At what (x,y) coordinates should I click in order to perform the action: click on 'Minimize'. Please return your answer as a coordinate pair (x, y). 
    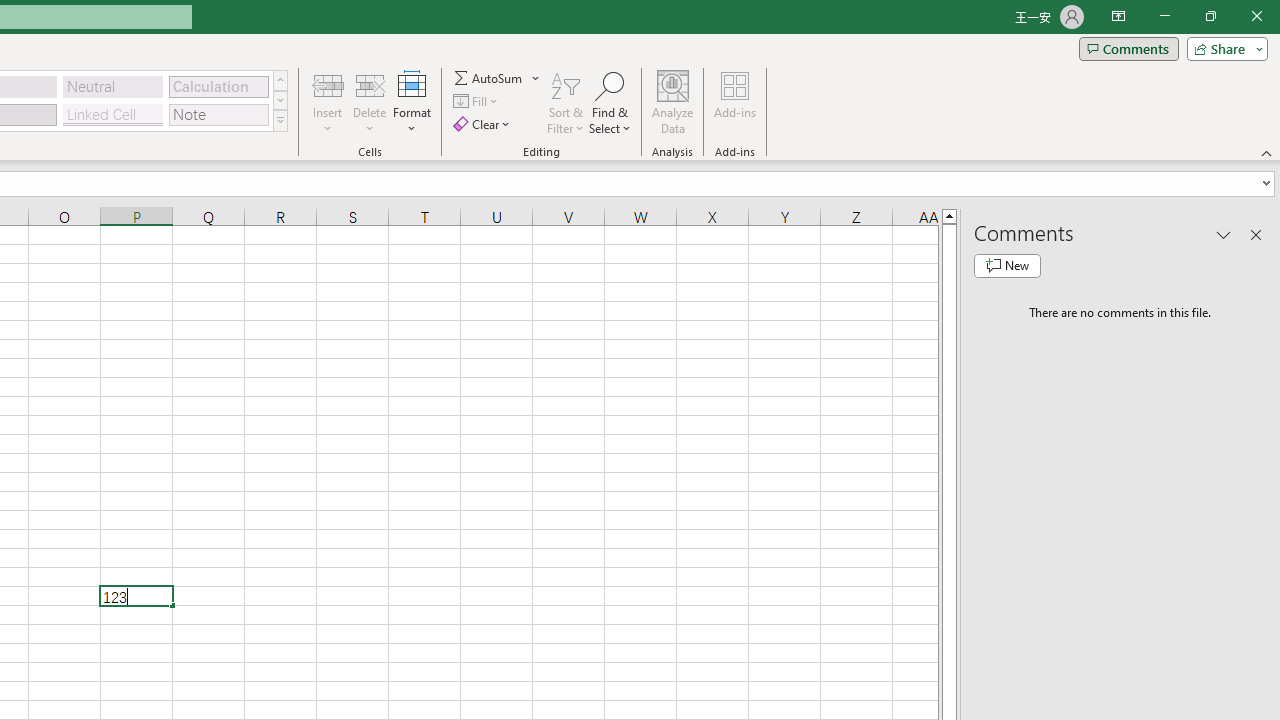
    Looking at the image, I should click on (1164, 16).